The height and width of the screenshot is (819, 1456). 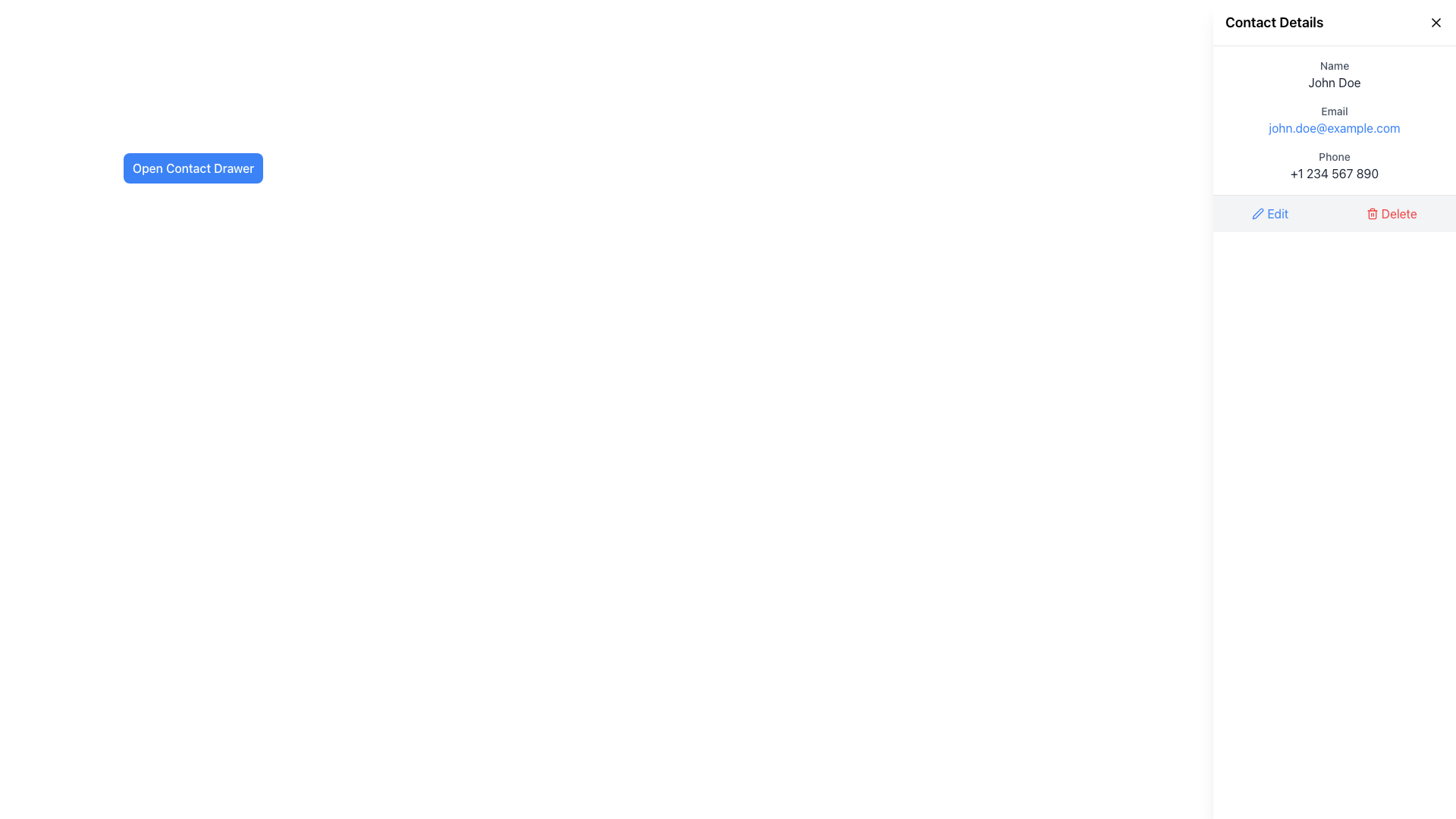 I want to click on the 'Contact Details' text label, which is a prominent element in bold, large font located at the top-right corner of the interface, so click(x=1274, y=23).